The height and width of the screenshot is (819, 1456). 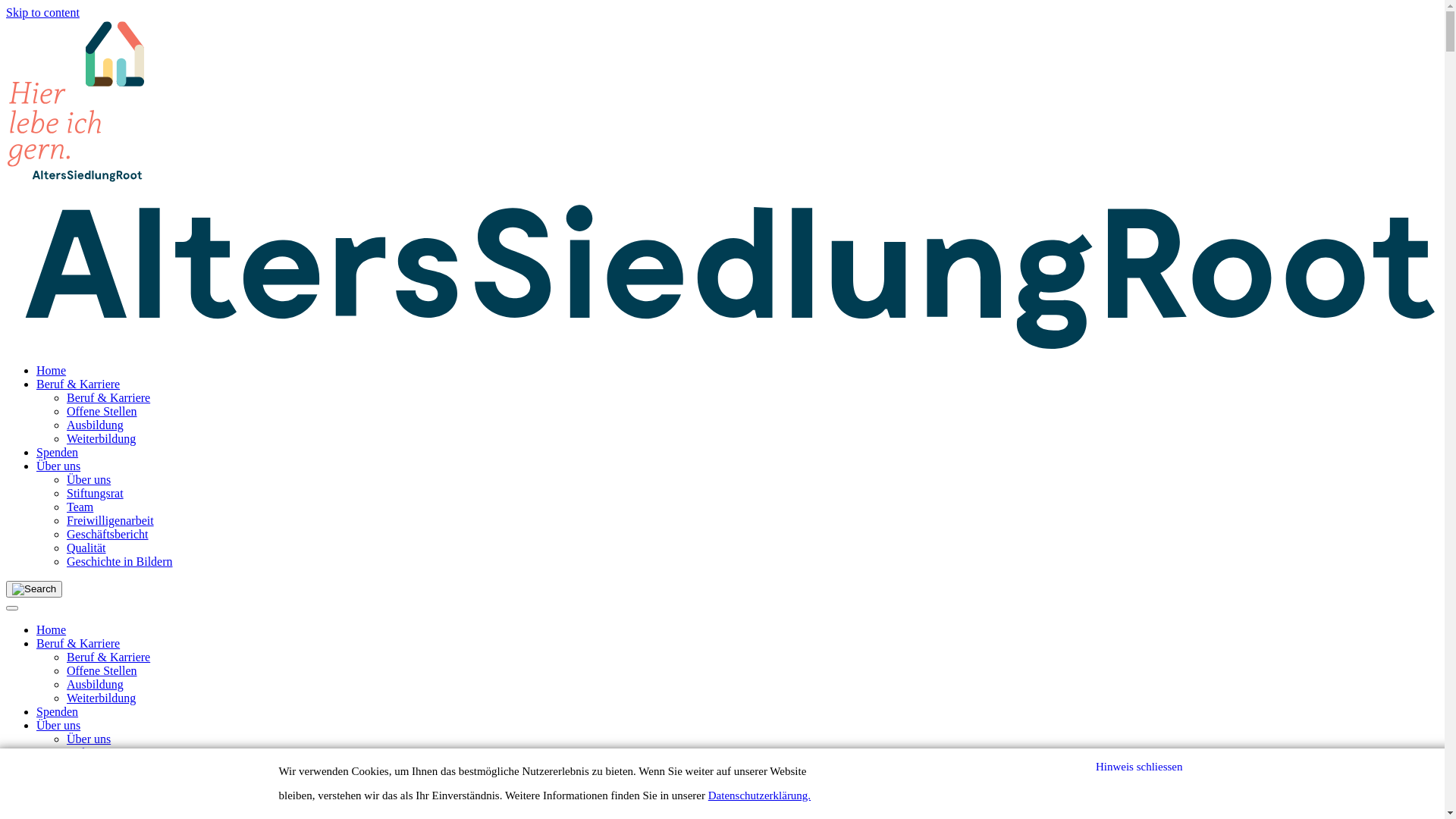 I want to click on 'Spenden', so click(x=57, y=711).